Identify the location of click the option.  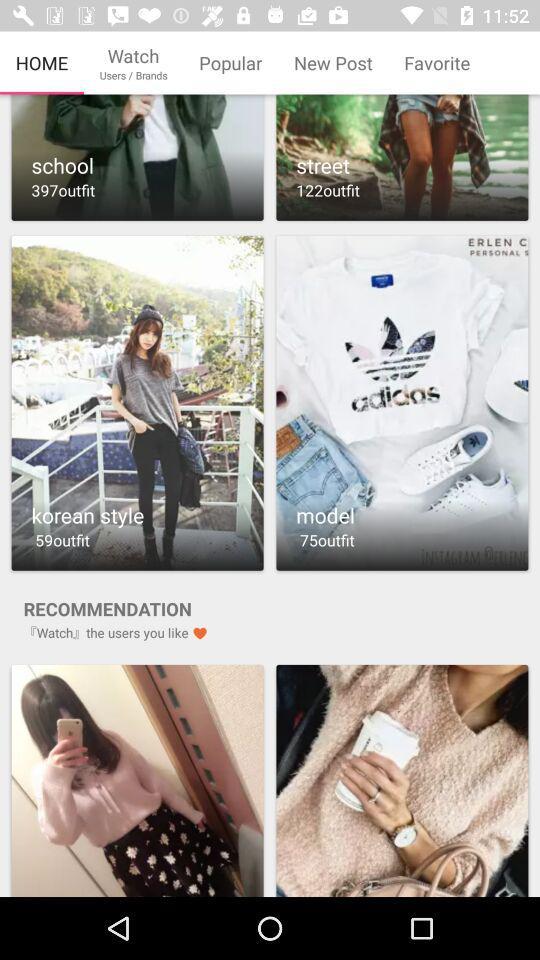
(402, 157).